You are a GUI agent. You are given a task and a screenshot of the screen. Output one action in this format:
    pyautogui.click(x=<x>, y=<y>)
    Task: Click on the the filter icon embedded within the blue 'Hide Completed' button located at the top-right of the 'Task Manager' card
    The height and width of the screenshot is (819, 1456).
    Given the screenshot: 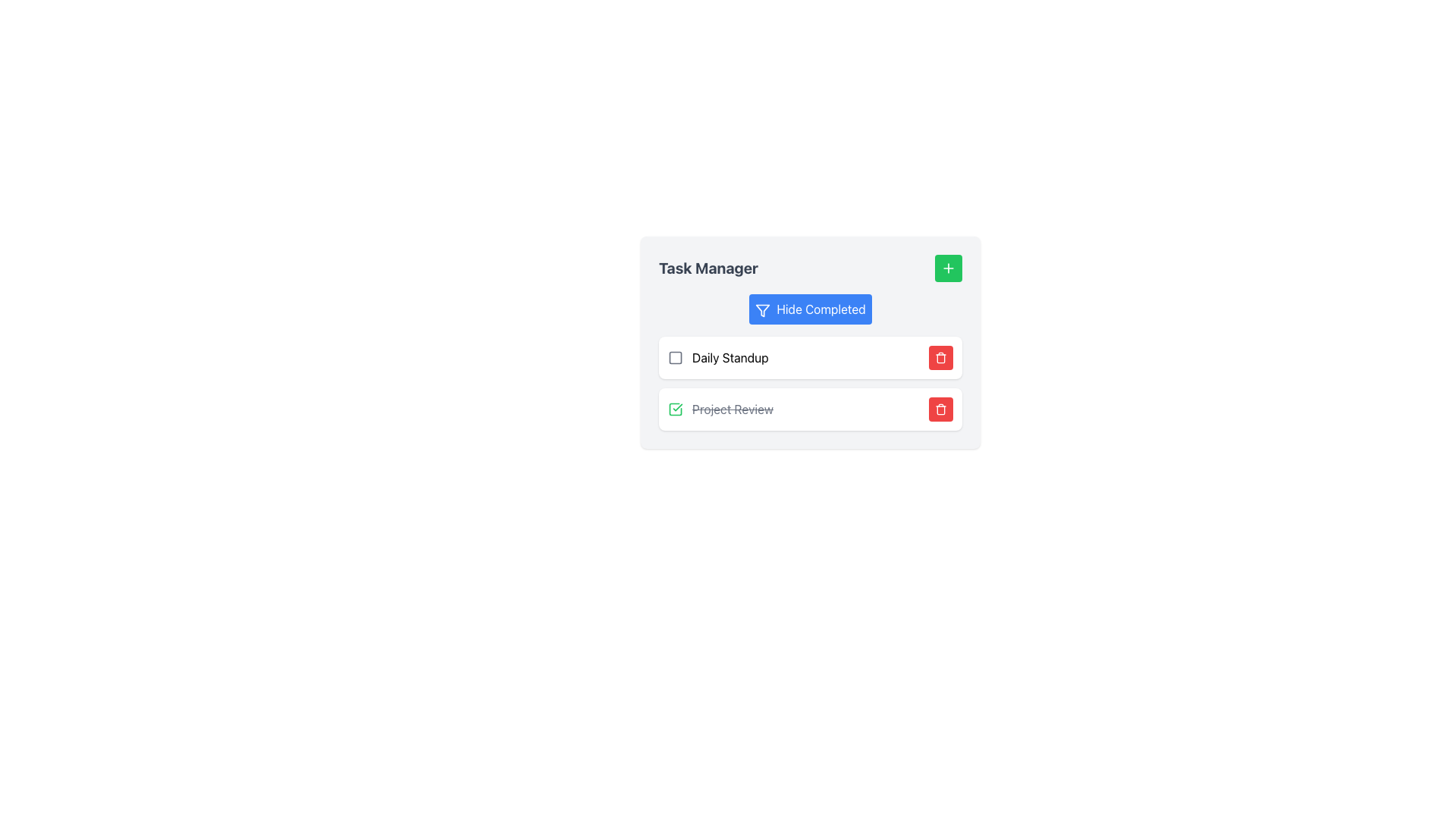 What is the action you would take?
    pyautogui.click(x=763, y=309)
    